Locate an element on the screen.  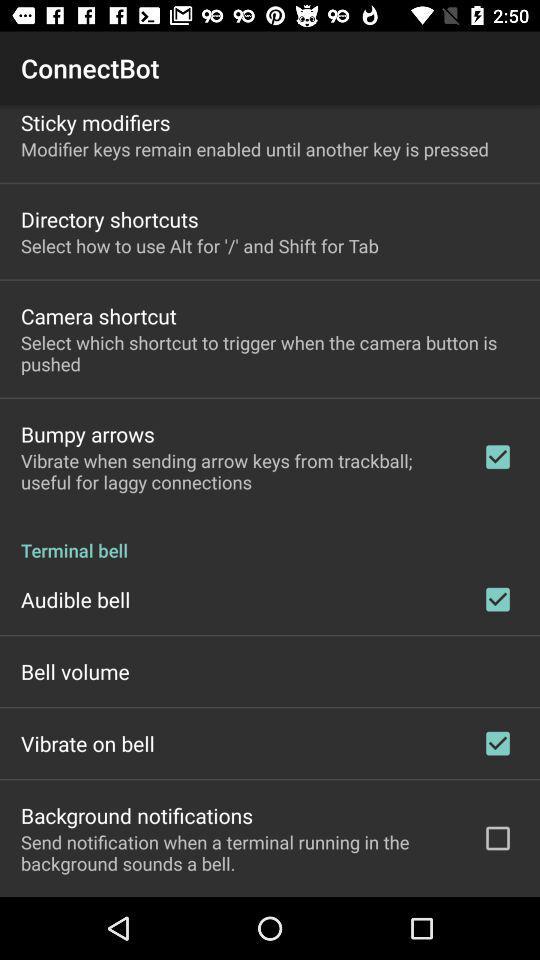
item above the select how to is located at coordinates (109, 219).